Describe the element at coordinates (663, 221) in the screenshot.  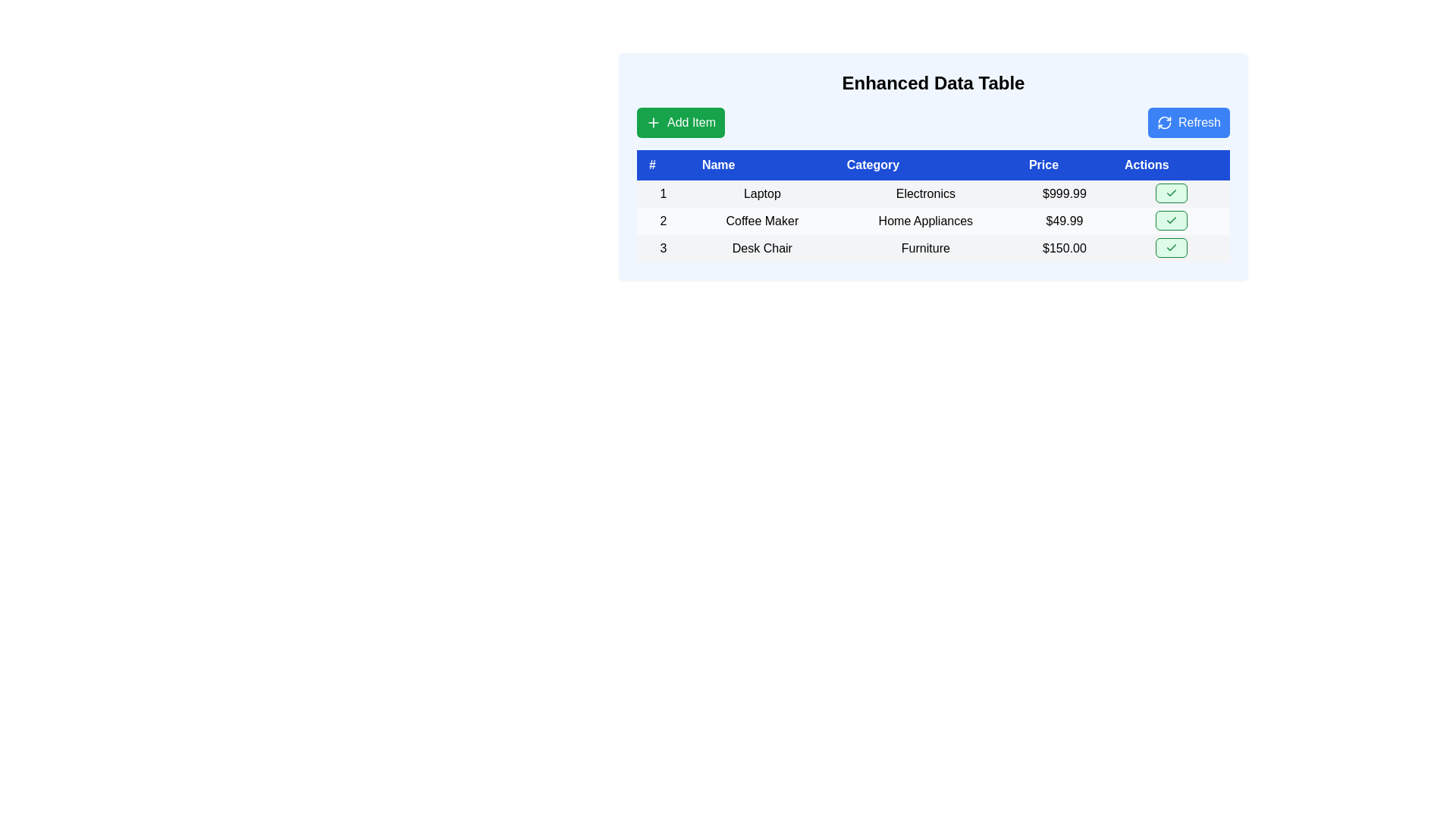
I see `the text label displaying the number '2' located in the first column of the second row in the data table` at that location.